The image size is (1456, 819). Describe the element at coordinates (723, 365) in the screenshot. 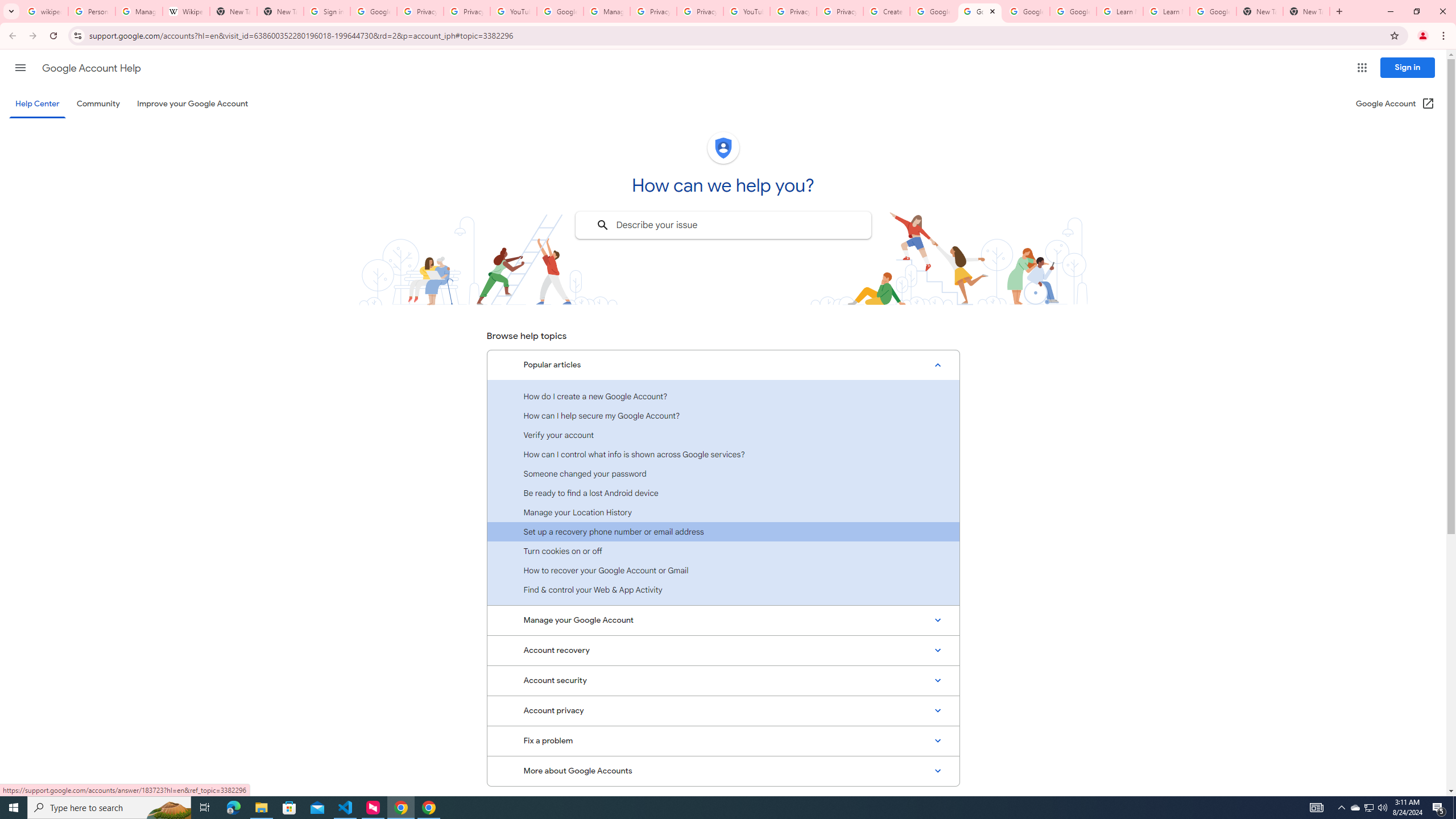

I see `'Popular articles, Expanded list with 11 items'` at that location.